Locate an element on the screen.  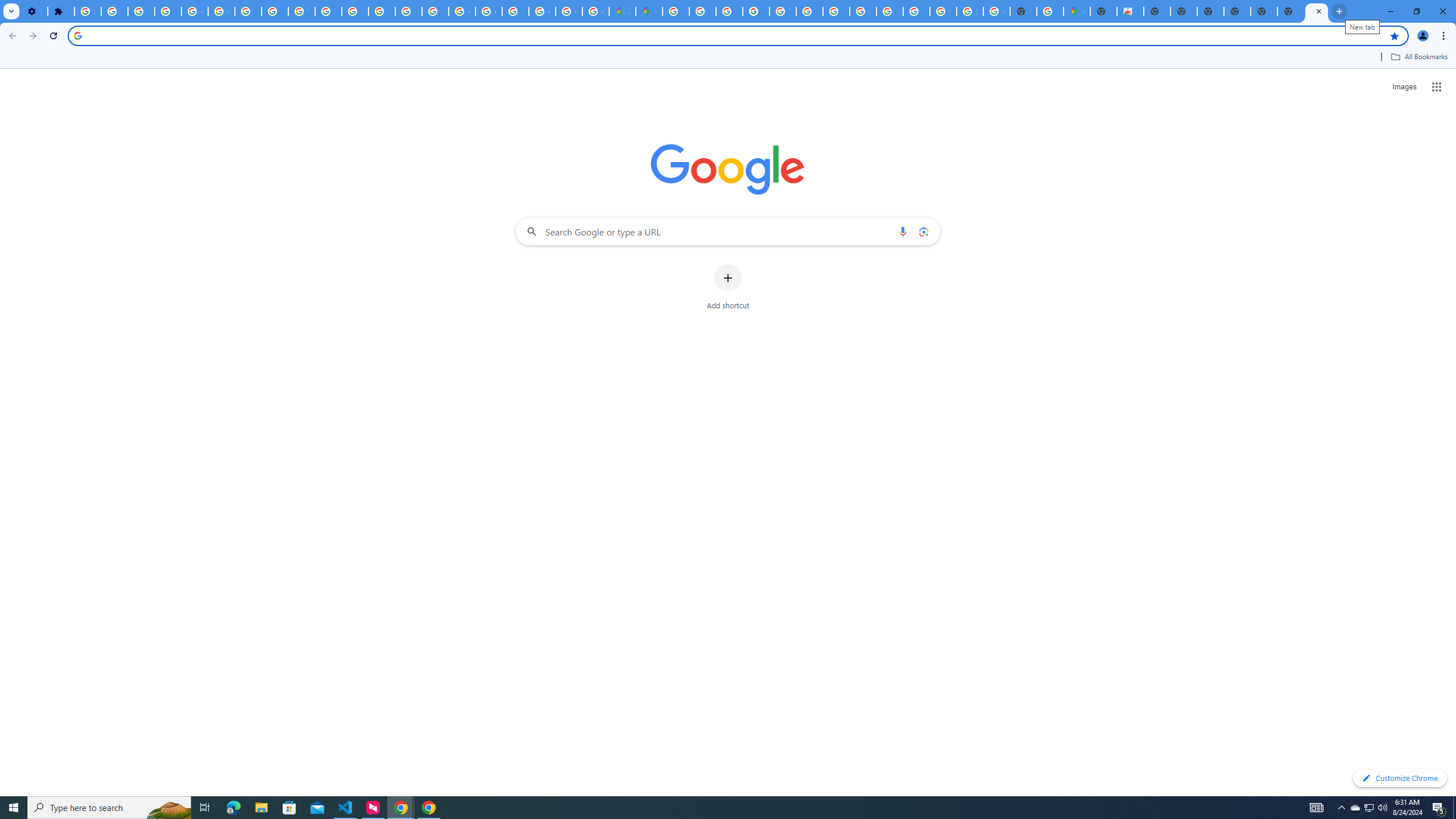
'Google Account Help' is located at coordinates (221, 11).